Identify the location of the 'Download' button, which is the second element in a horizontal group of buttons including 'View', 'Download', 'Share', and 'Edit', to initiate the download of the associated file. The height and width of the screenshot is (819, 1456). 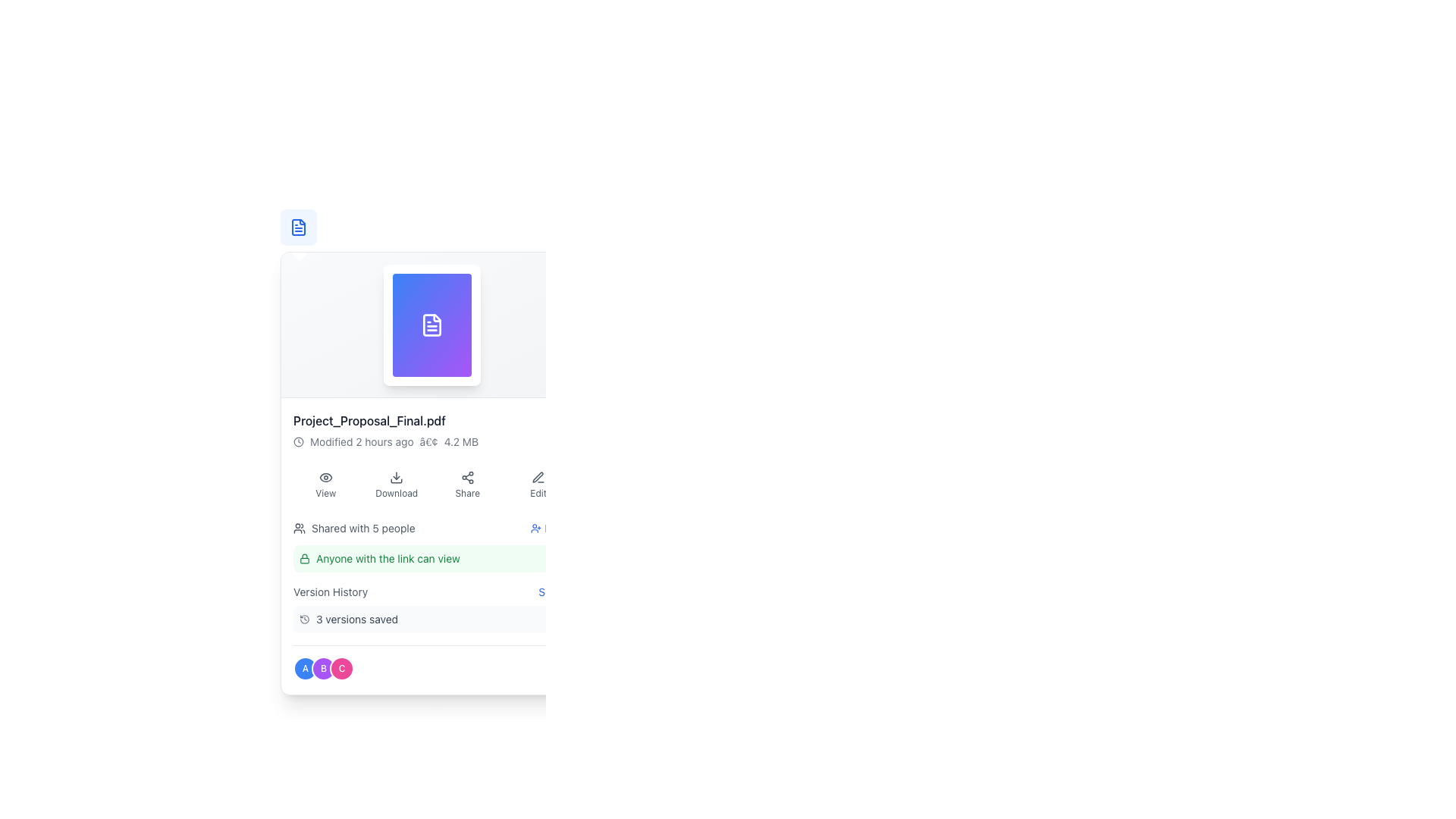
(397, 485).